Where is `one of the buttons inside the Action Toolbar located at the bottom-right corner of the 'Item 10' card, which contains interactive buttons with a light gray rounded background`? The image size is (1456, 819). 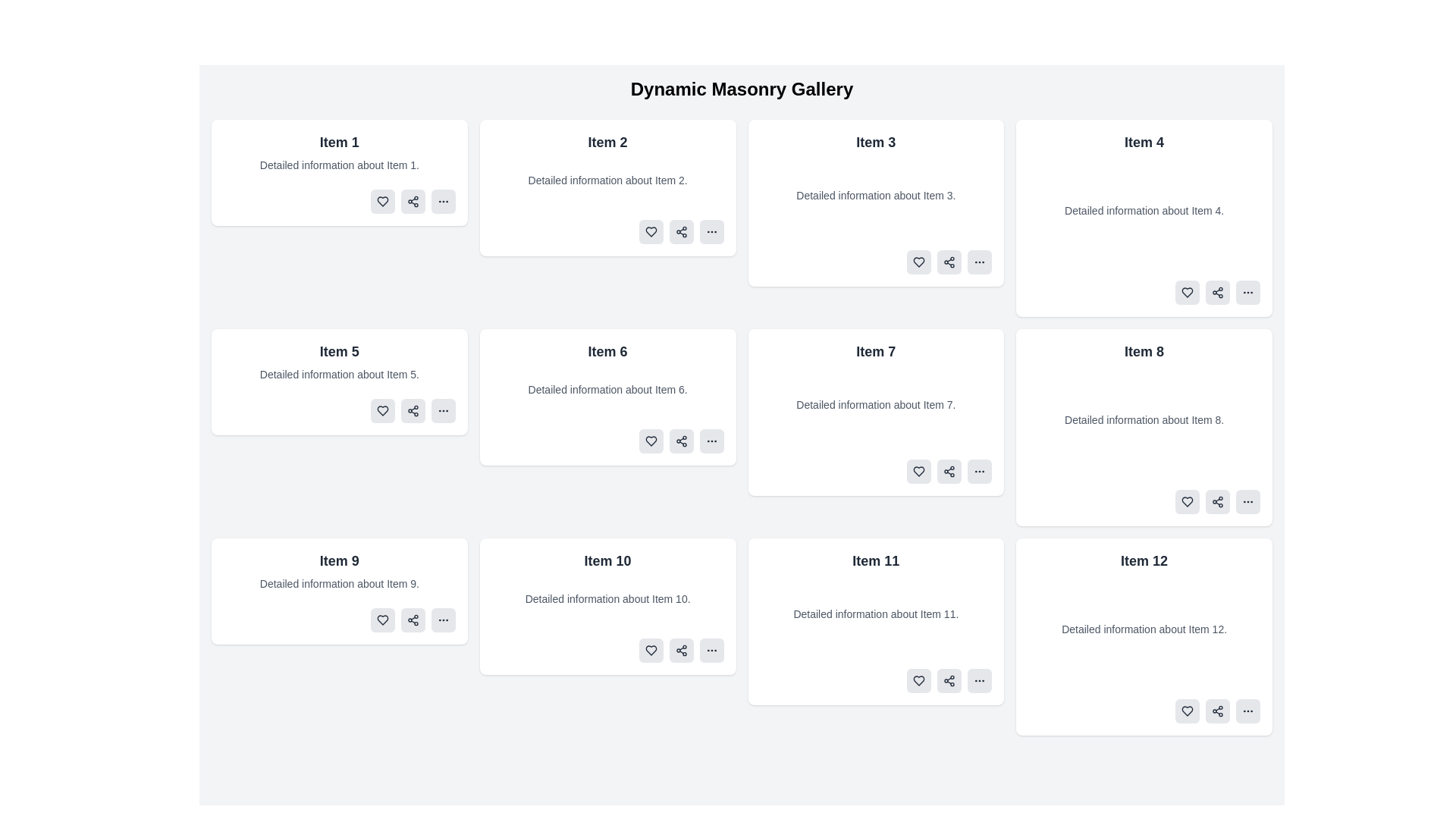
one of the buttons inside the Action Toolbar located at the bottom-right corner of the 'Item 10' card, which contains interactive buttons with a light gray rounded background is located at coordinates (607, 649).